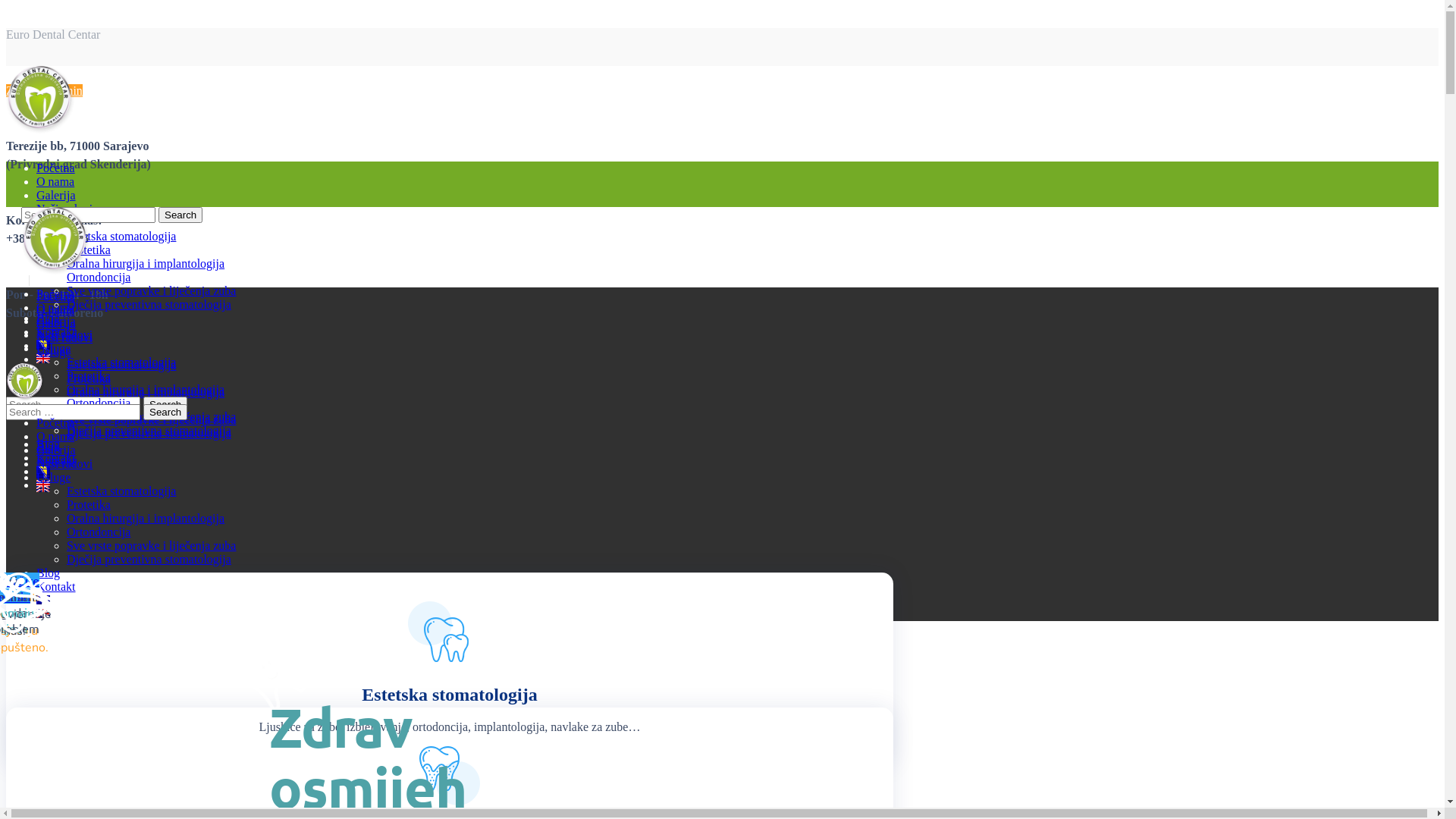 This screenshot has height=819, width=1456. I want to click on 'Search', so click(165, 412).